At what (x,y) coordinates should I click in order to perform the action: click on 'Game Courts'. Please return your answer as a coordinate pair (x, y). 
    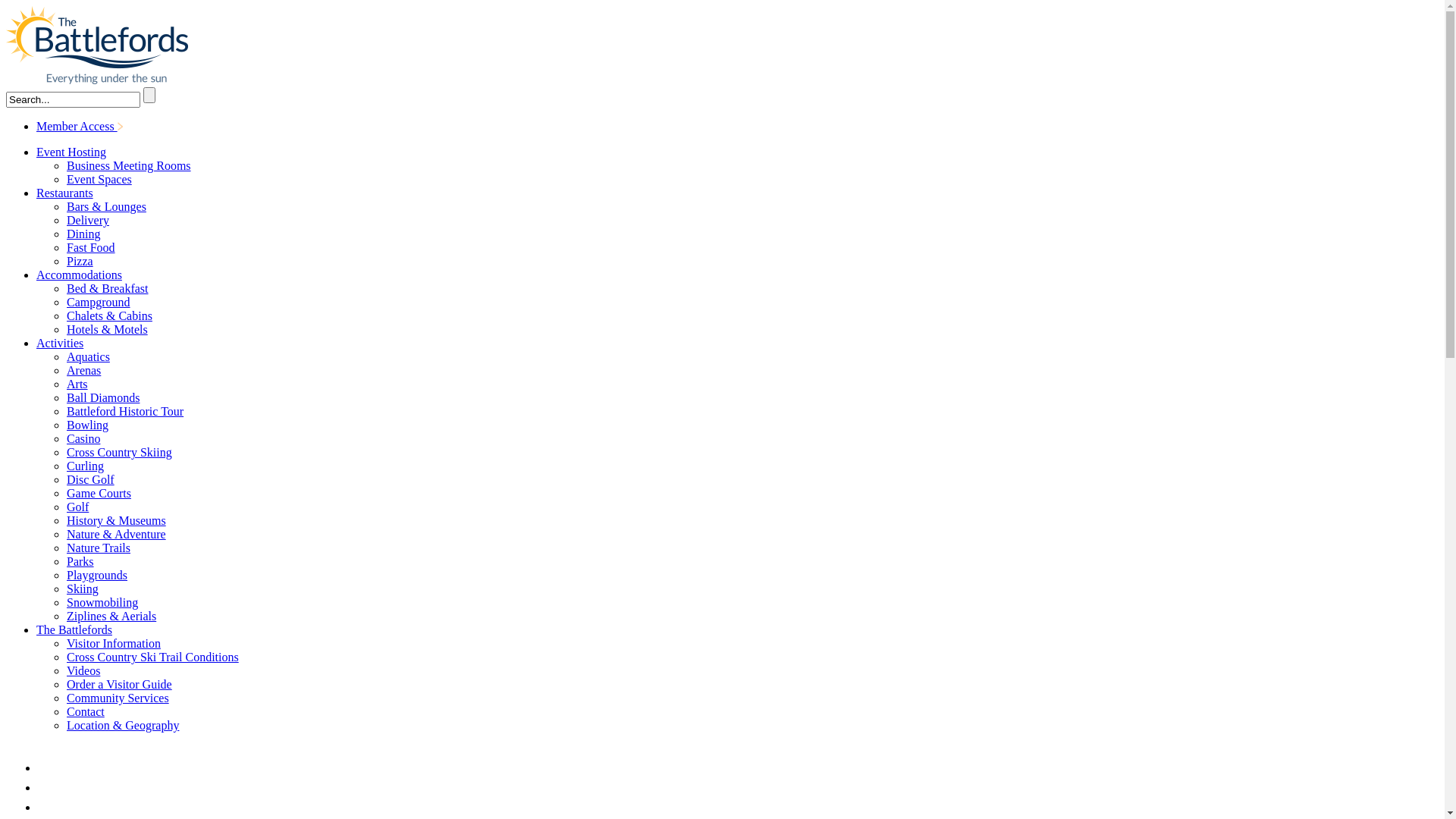
    Looking at the image, I should click on (98, 493).